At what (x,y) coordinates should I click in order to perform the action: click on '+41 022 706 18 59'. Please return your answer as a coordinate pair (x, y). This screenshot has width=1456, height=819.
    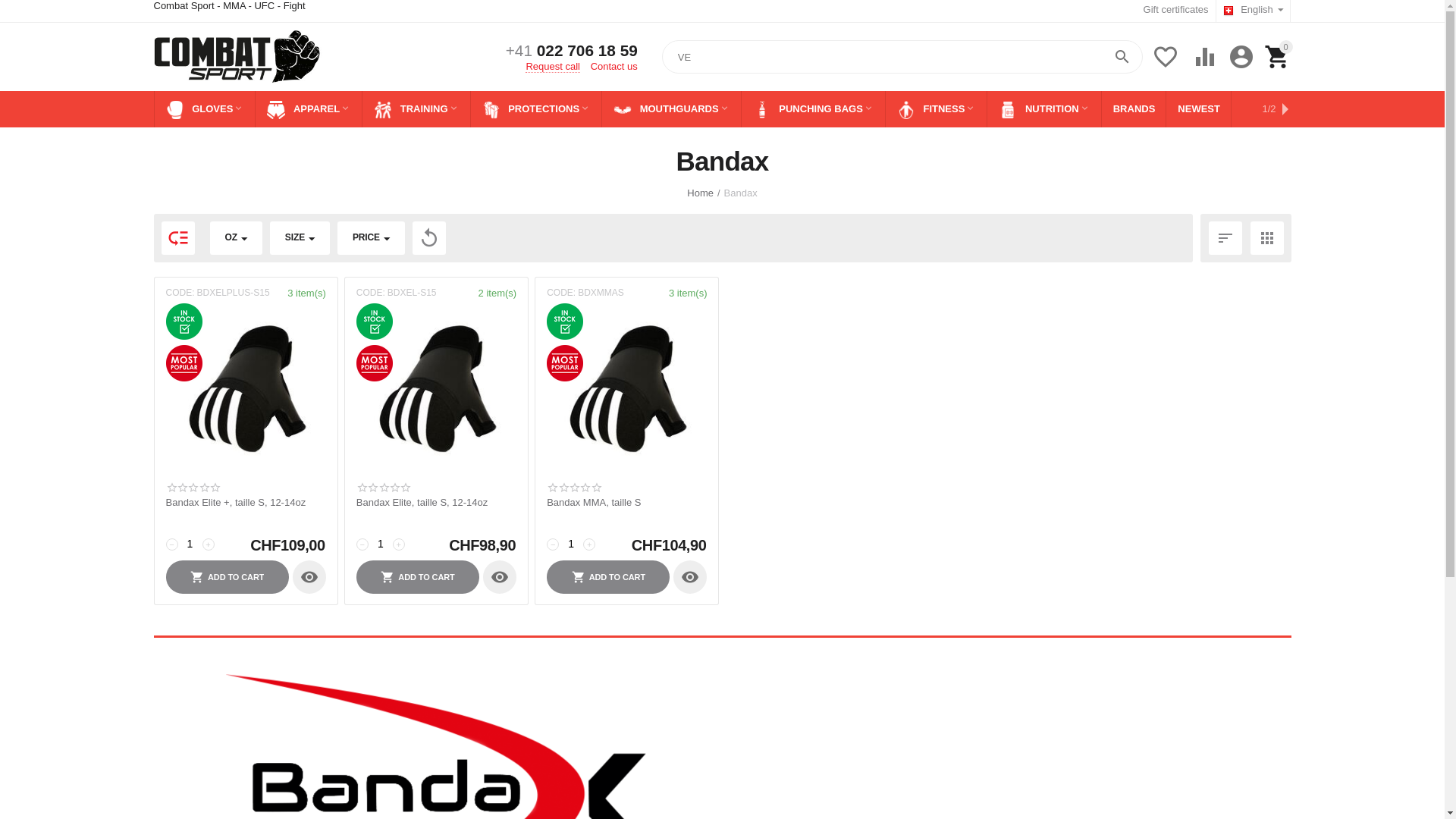
    Looking at the image, I should click on (570, 50).